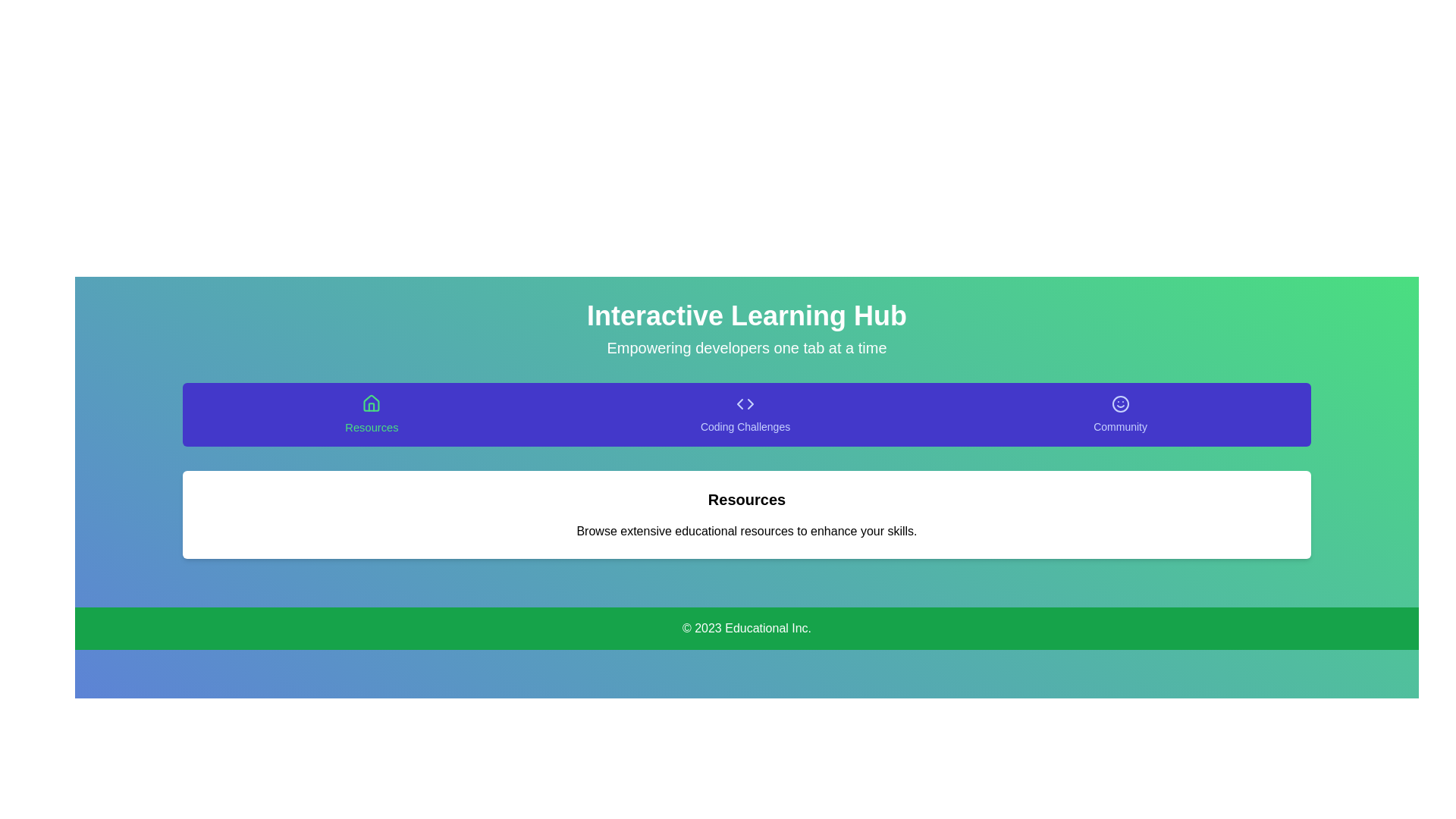  I want to click on the tab labeled Coding Challenges, so click(745, 415).